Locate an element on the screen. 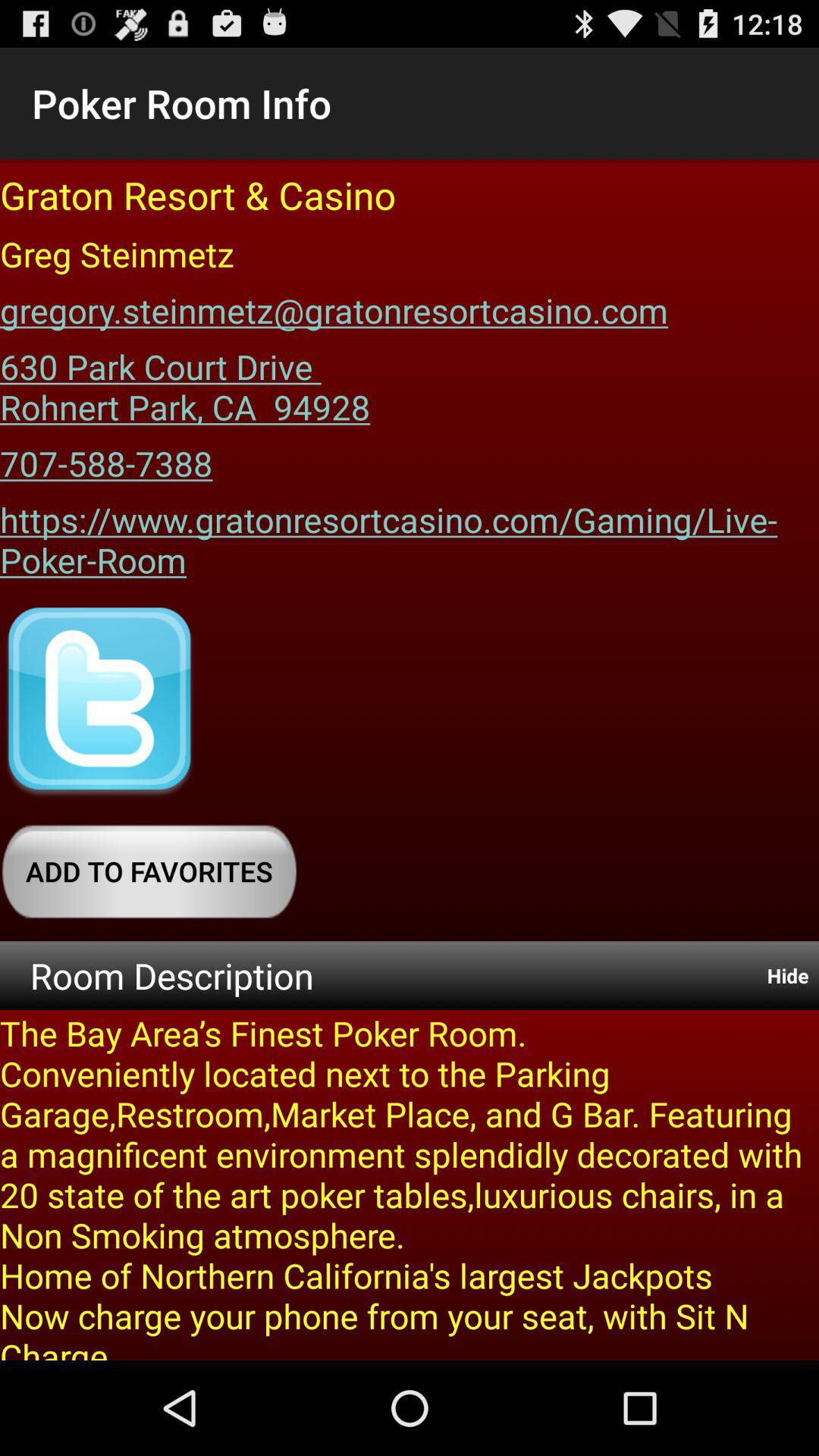  630 park court app is located at coordinates (184, 381).